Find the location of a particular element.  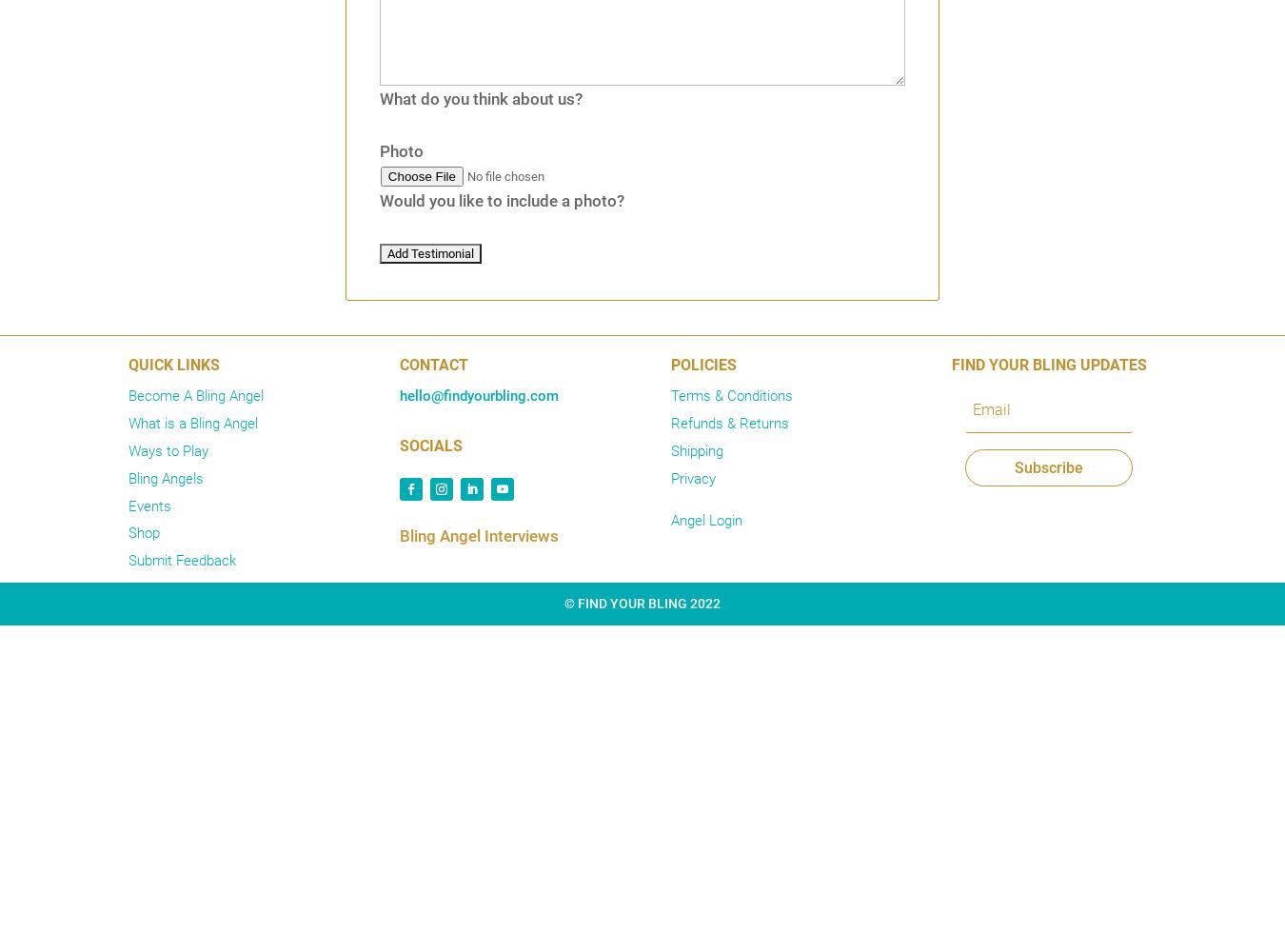

'Shop' is located at coordinates (144, 533).